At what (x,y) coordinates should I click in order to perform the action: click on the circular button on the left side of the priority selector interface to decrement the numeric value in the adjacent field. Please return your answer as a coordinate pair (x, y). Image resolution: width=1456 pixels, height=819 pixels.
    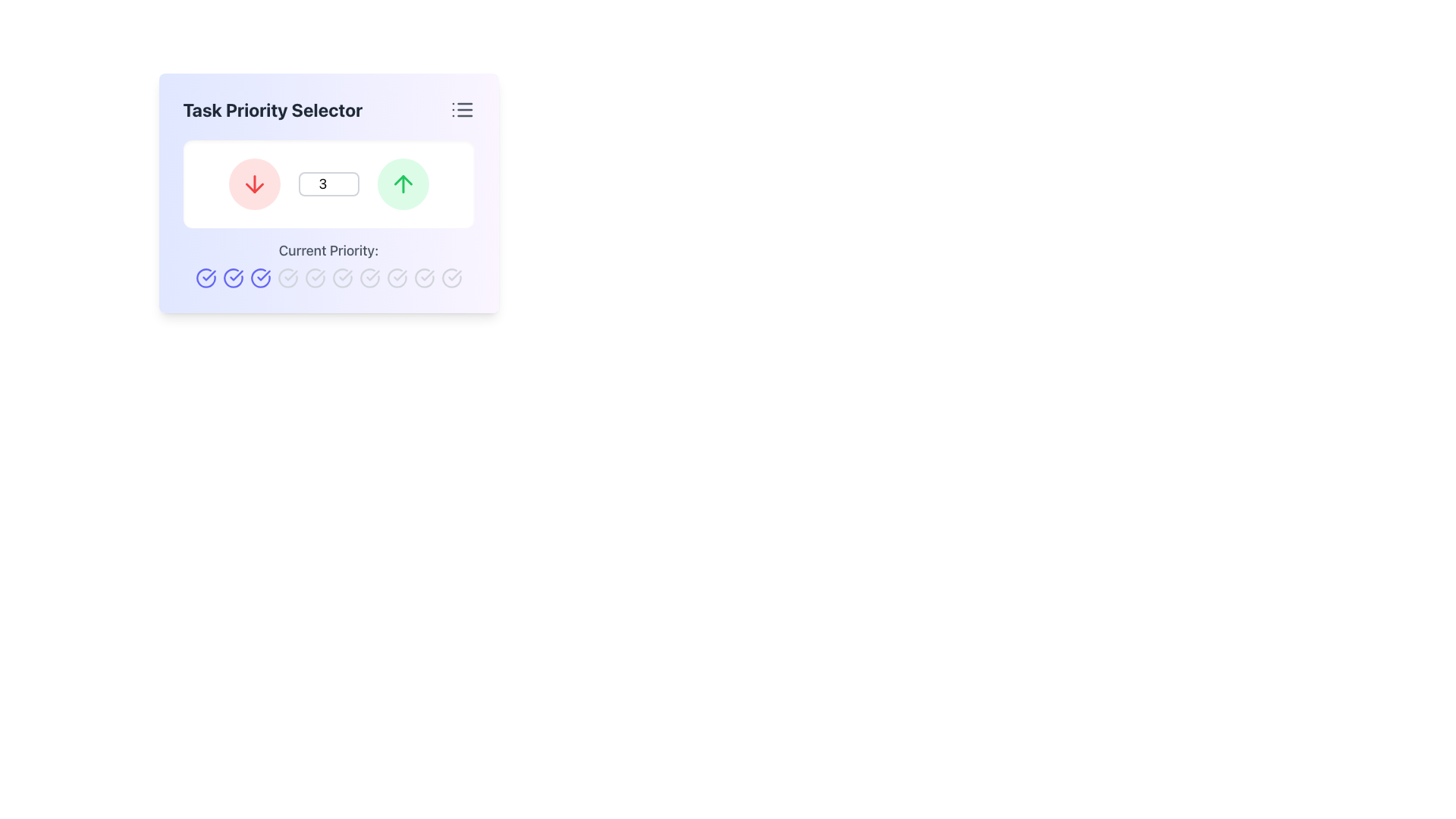
    Looking at the image, I should click on (254, 184).